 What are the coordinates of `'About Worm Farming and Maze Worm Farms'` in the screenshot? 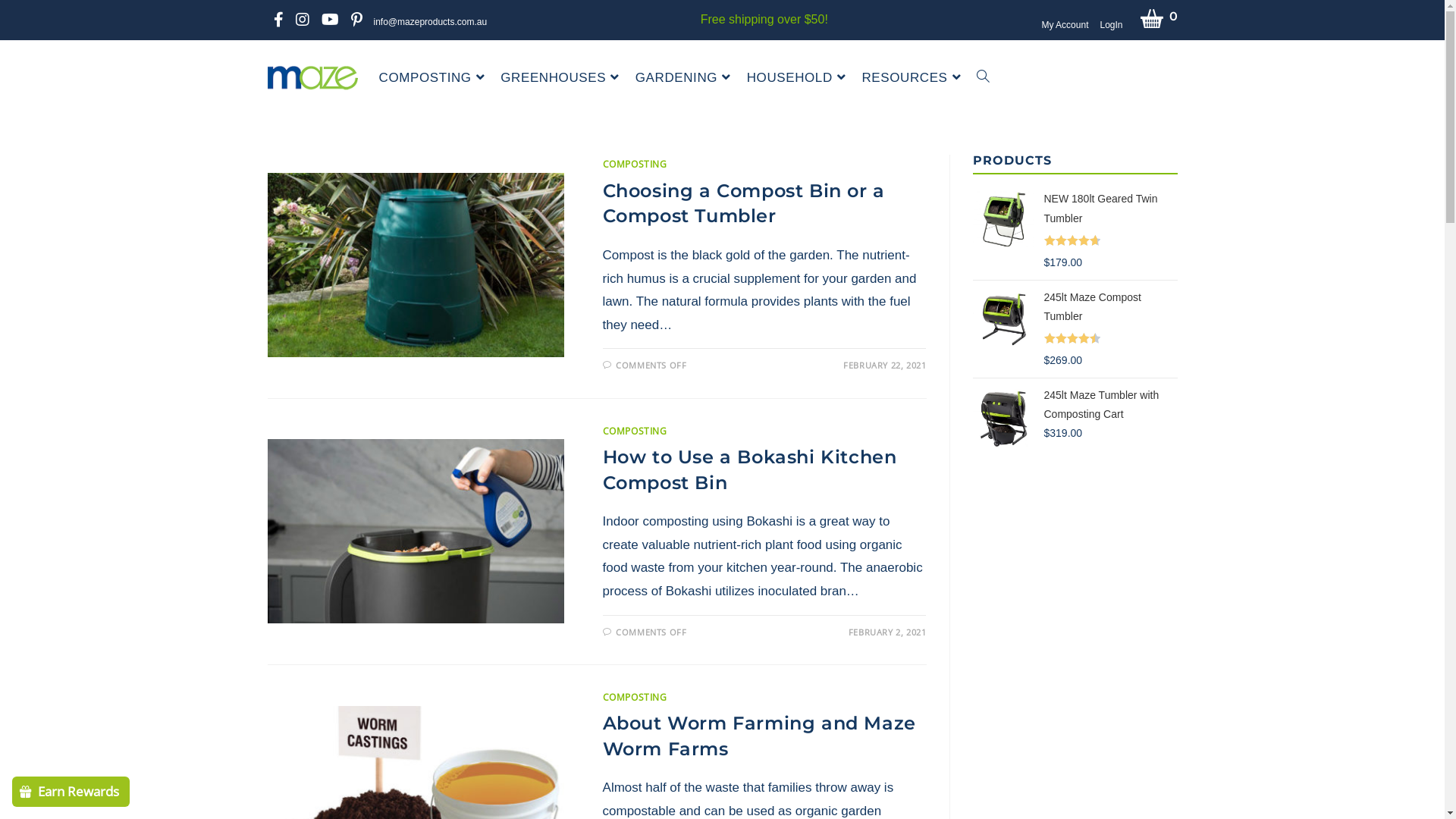 It's located at (602, 735).